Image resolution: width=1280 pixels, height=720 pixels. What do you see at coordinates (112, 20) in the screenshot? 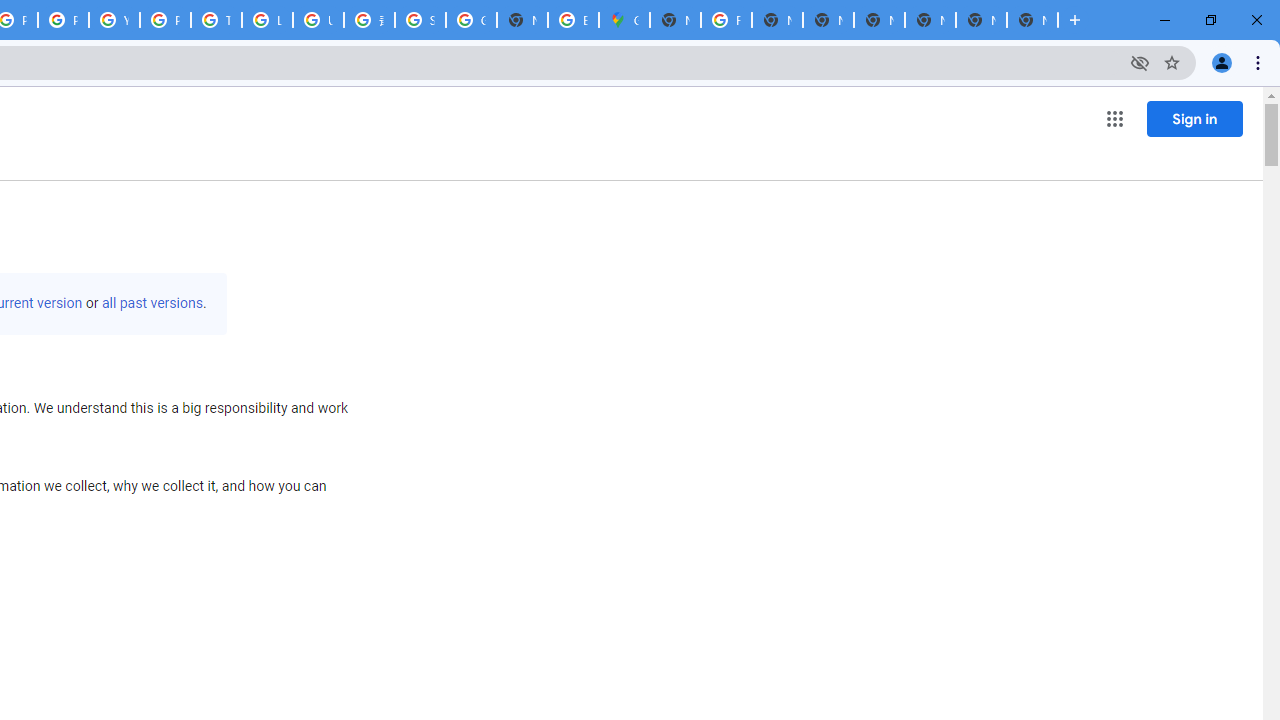
I see `'YouTube'` at bounding box center [112, 20].